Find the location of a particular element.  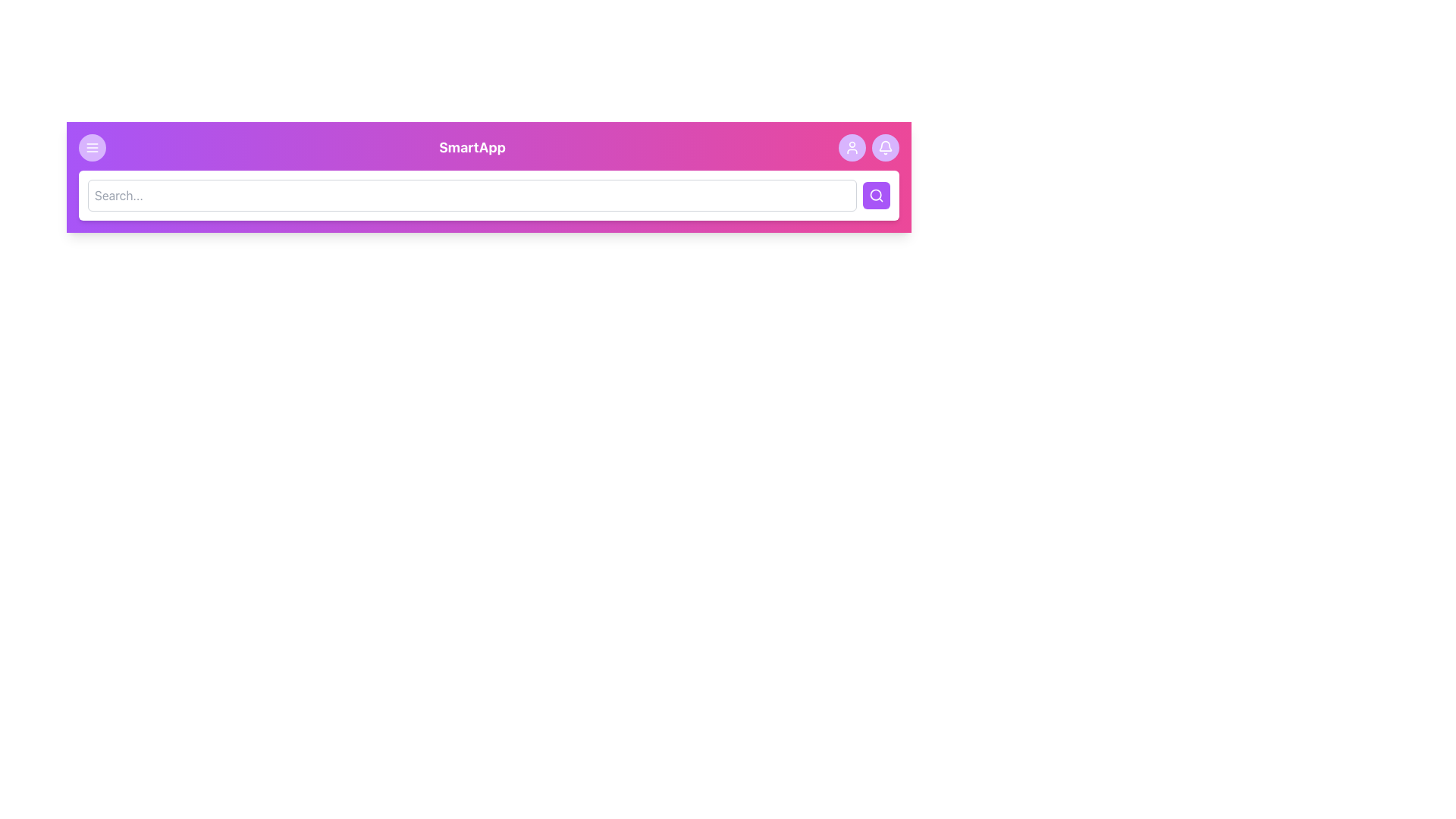

the menu button located at the leftmost side of the header bar is located at coordinates (91, 148).